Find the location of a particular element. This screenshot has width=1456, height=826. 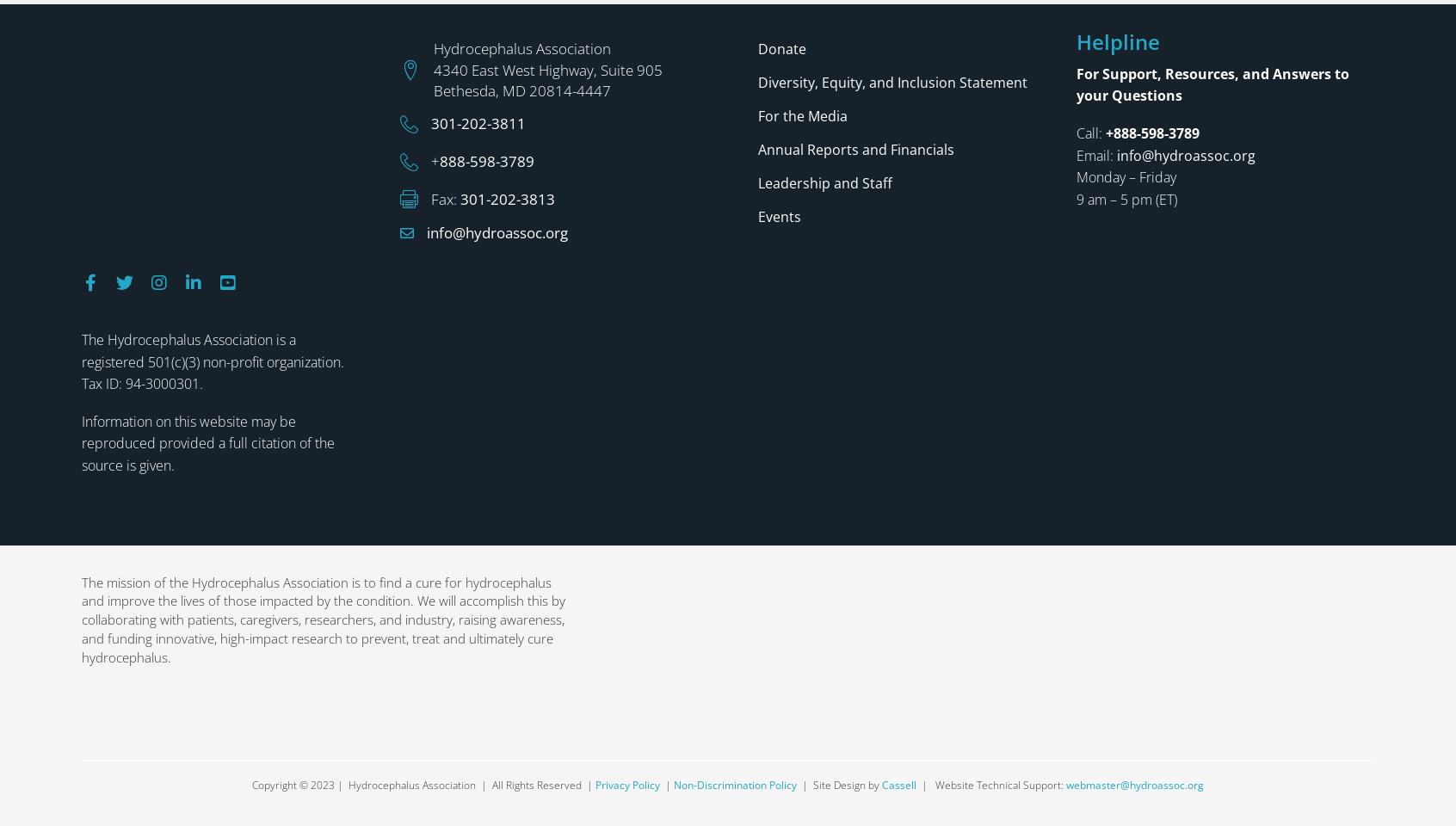

'The Hydrocephalus Association is a registered 501(c)(3) non-profit organization. Tax ID: 94-3000301.' is located at coordinates (213, 140).